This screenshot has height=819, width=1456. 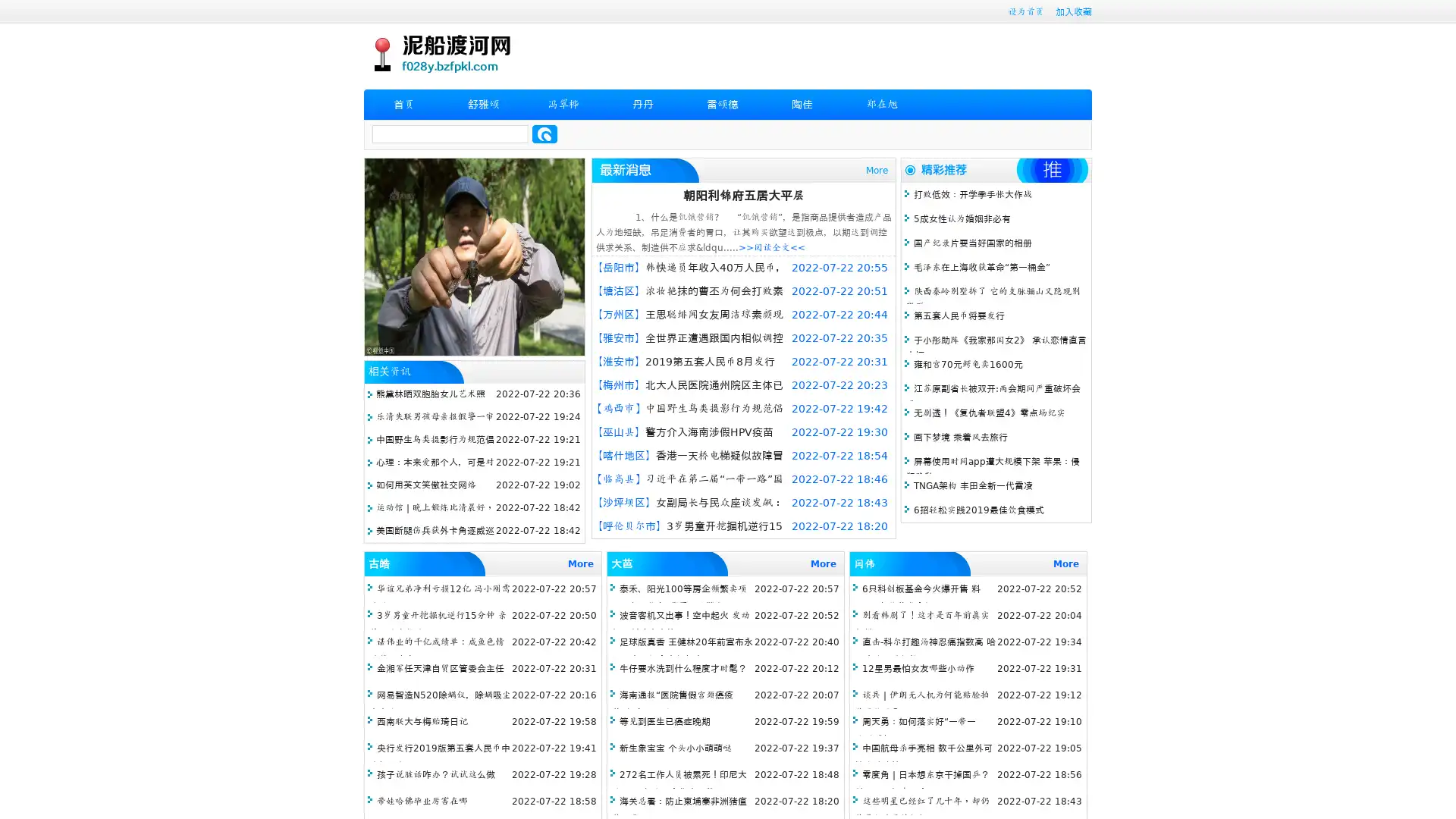 What do you see at coordinates (544, 133) in the screenshot?
I see `Search` at bounding box center [544, 133].